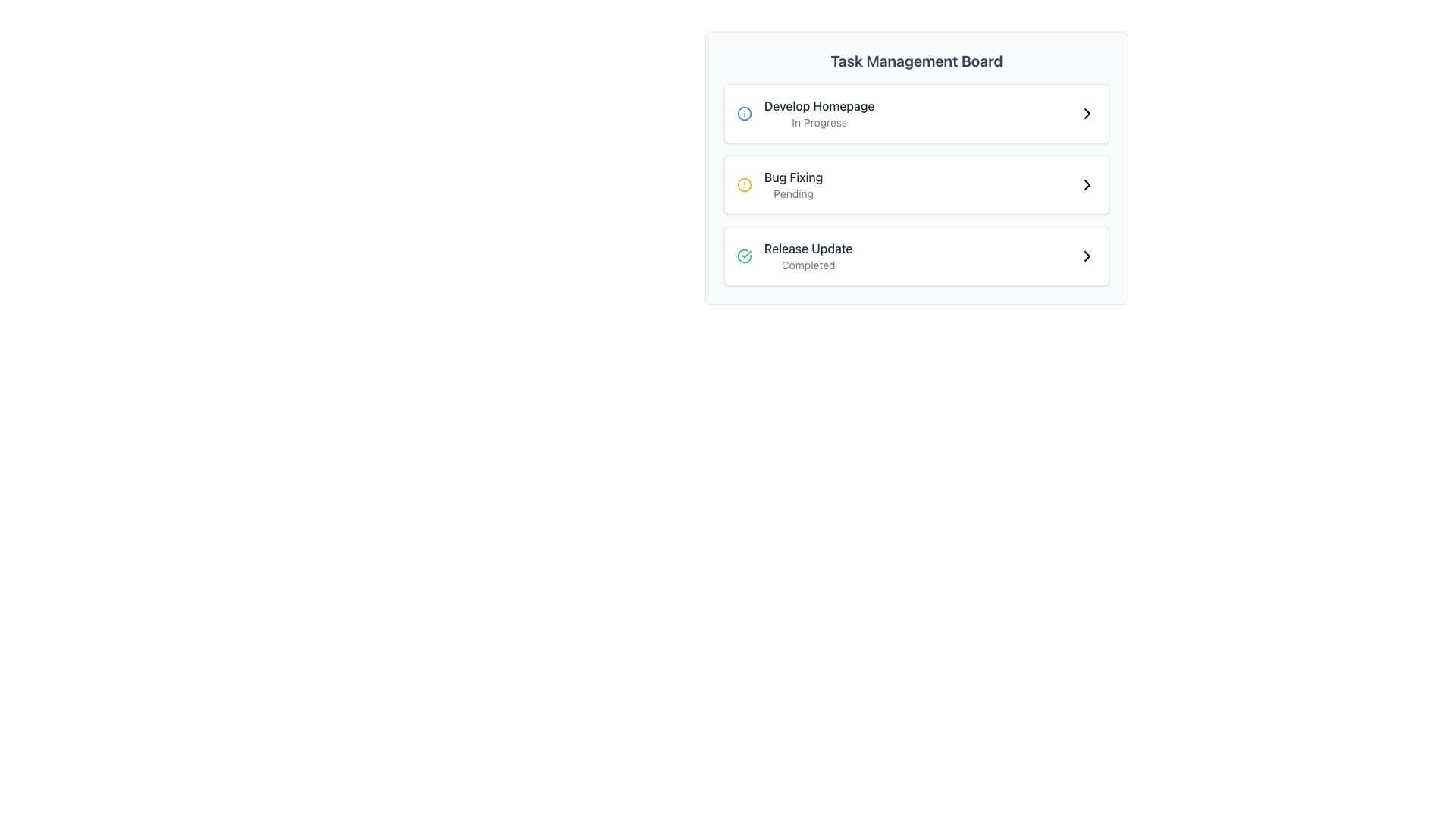 This screenshot has height=819, width=1456. I want to click on the text block that contains 'Release Update' in bold and 'Completed' in smaller font, located in the third task card under 'Task Management Board', below 'Bug Fixing', so click(808, 256).